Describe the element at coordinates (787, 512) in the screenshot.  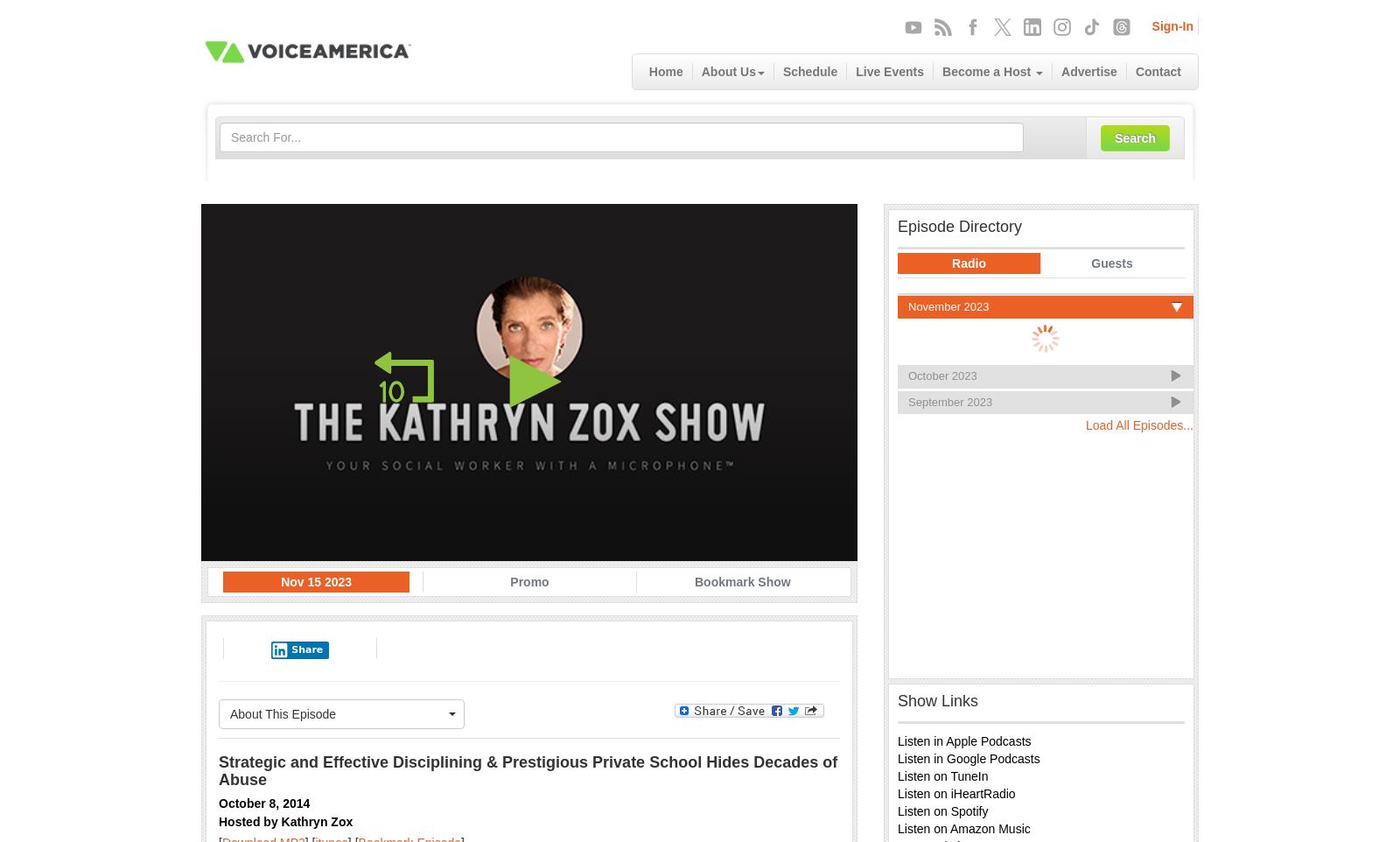
I see `'Settings'` at that location.